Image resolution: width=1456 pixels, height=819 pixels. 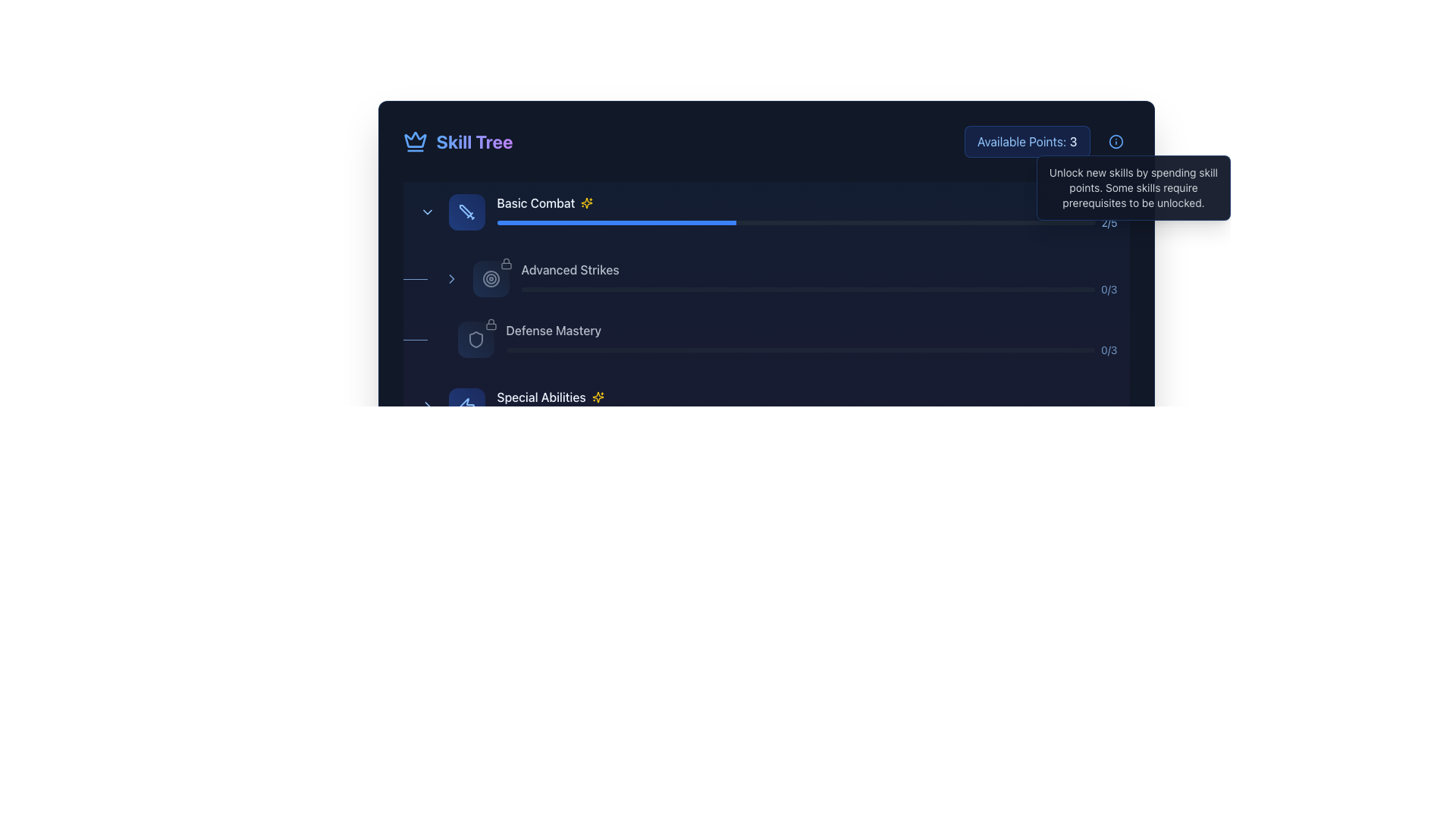 What do you see at coordinates (426, 212) in the screenshot?
I see `the downward-pointing chevron icon button, which is styled with a thin, outlined design in light blue, located on the left side of the 'Basic Combat' section` at bounding box center [426, 212].